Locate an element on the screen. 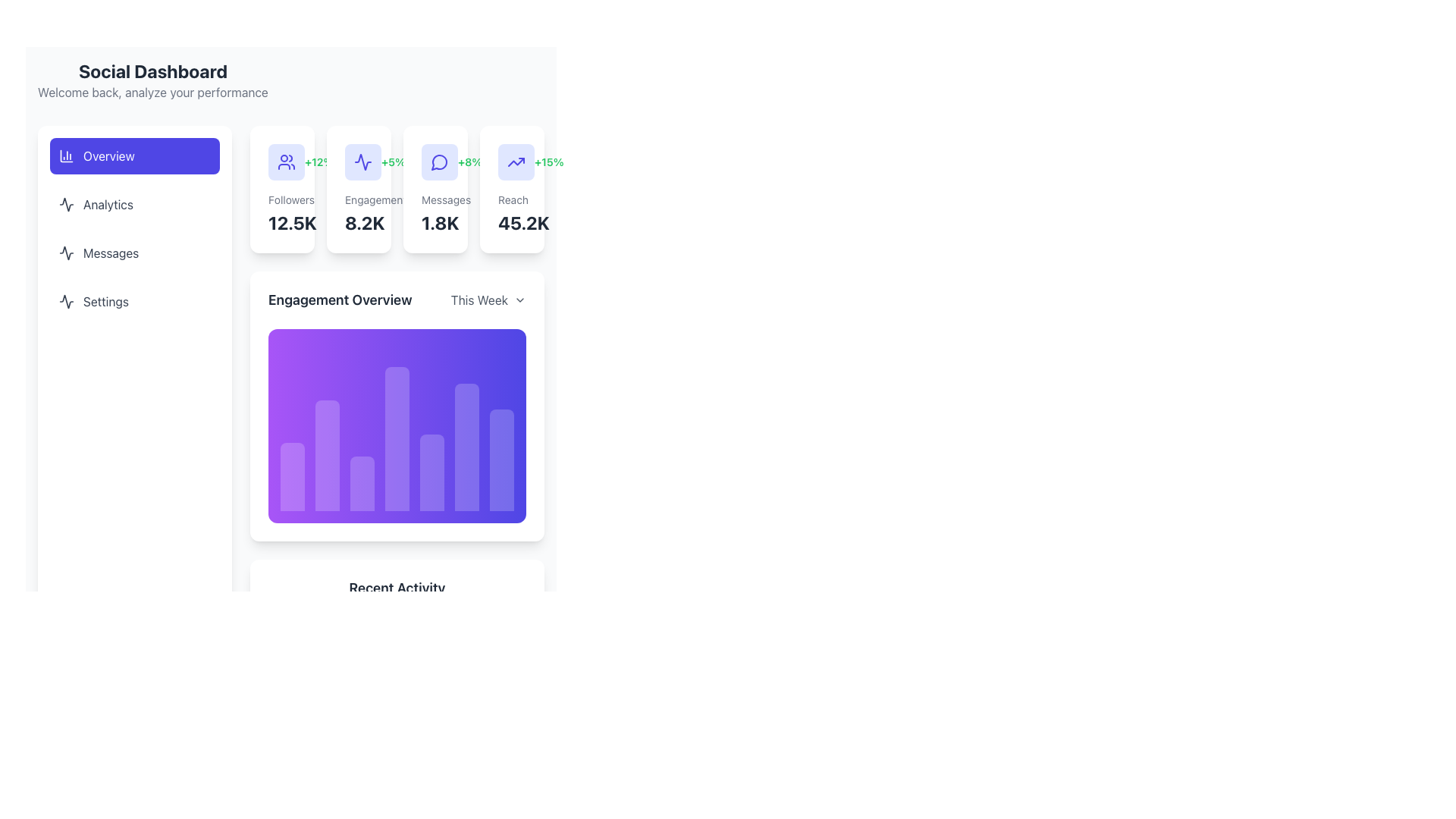  the fifth vertical graph bar in the 'Engagement Overview' section is located at coordinates (431, 472).